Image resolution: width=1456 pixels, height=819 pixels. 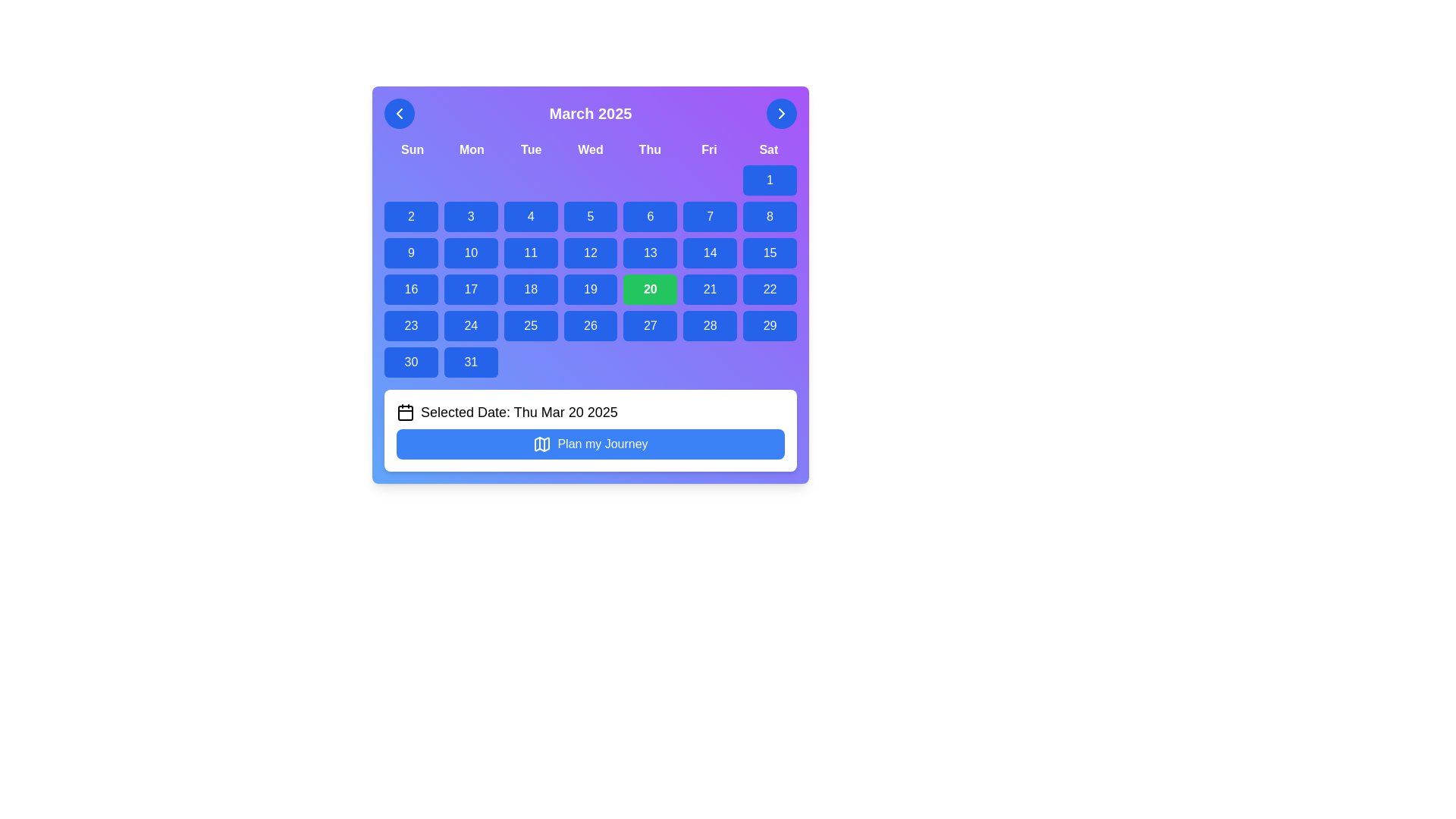 What do you see at coordinates (589, 444) in the screenshot?
I see `the blue rectangular button labeled 'Plan my Journey' with a map icon to change its appearance due to hover effects` at bounding box center [589, 444].